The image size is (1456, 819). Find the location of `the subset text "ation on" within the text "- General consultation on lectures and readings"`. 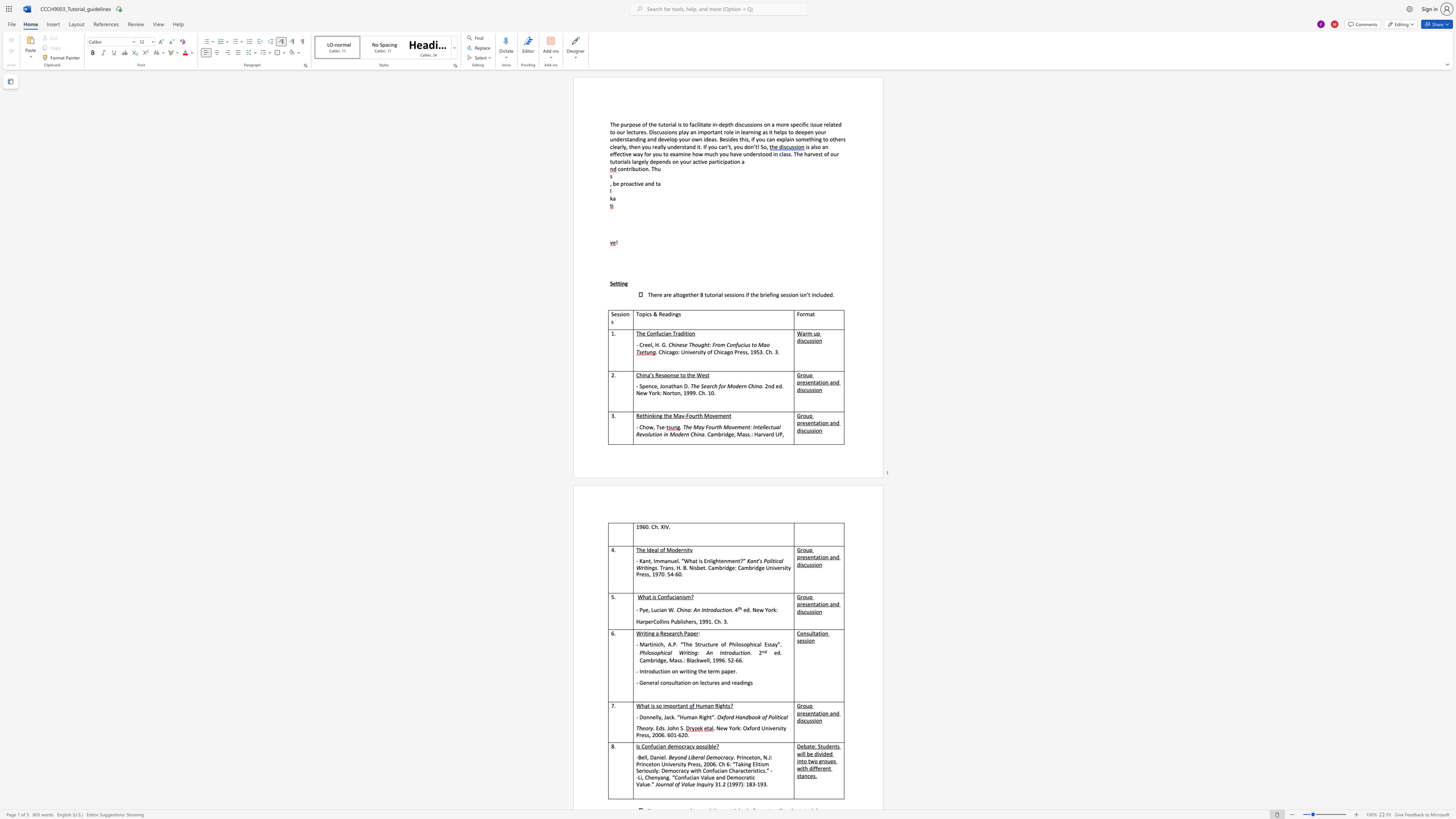

the subset text "ation on" within the text "- General consultation on lectures and readings" is located at coordinates (678, 683).